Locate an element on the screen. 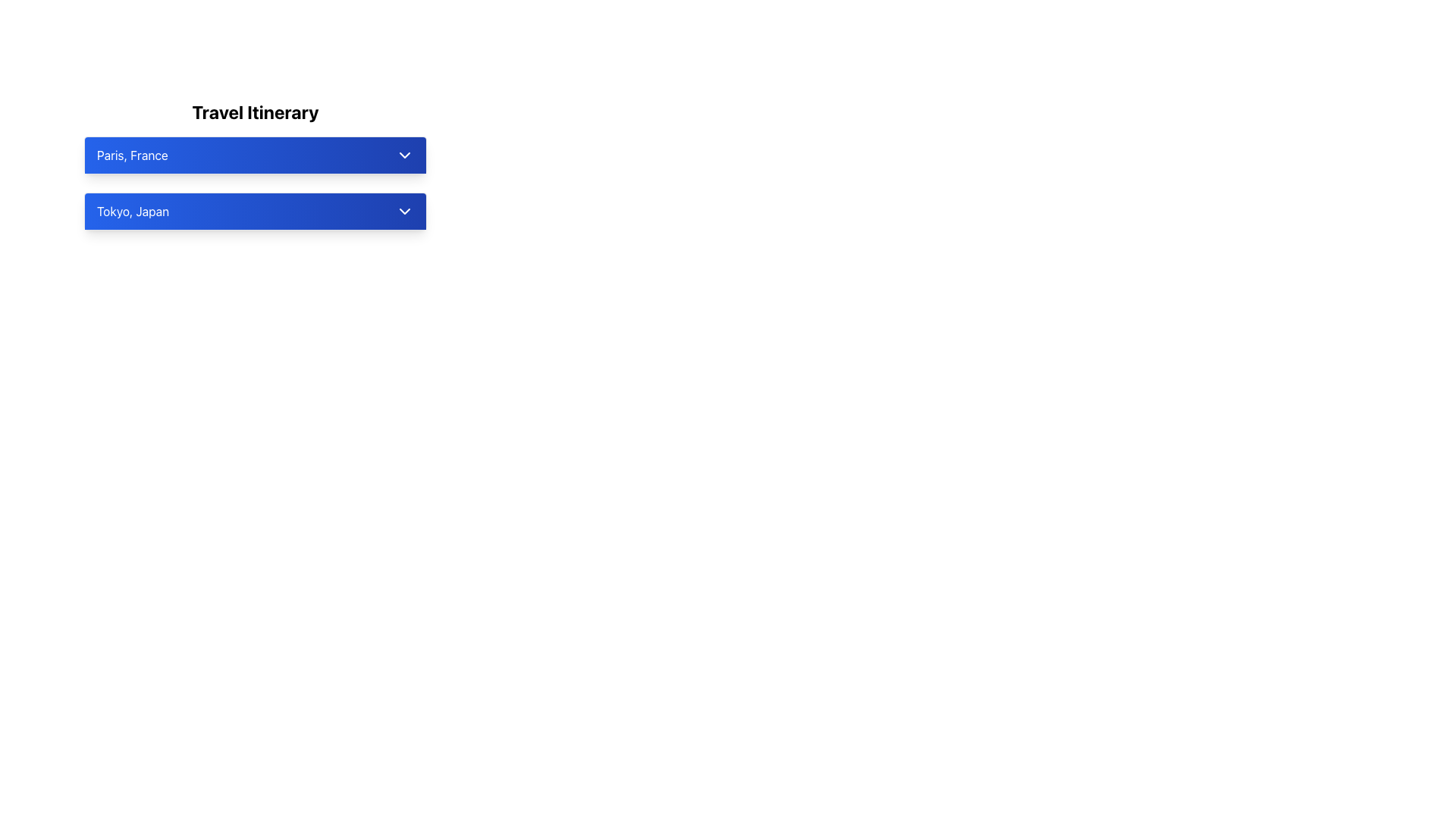 The height and width of the screenshot is (819, 1456). the Dropdown trigger button labeled 'Tokyo, Japan' is located at coordinates (255, 211).